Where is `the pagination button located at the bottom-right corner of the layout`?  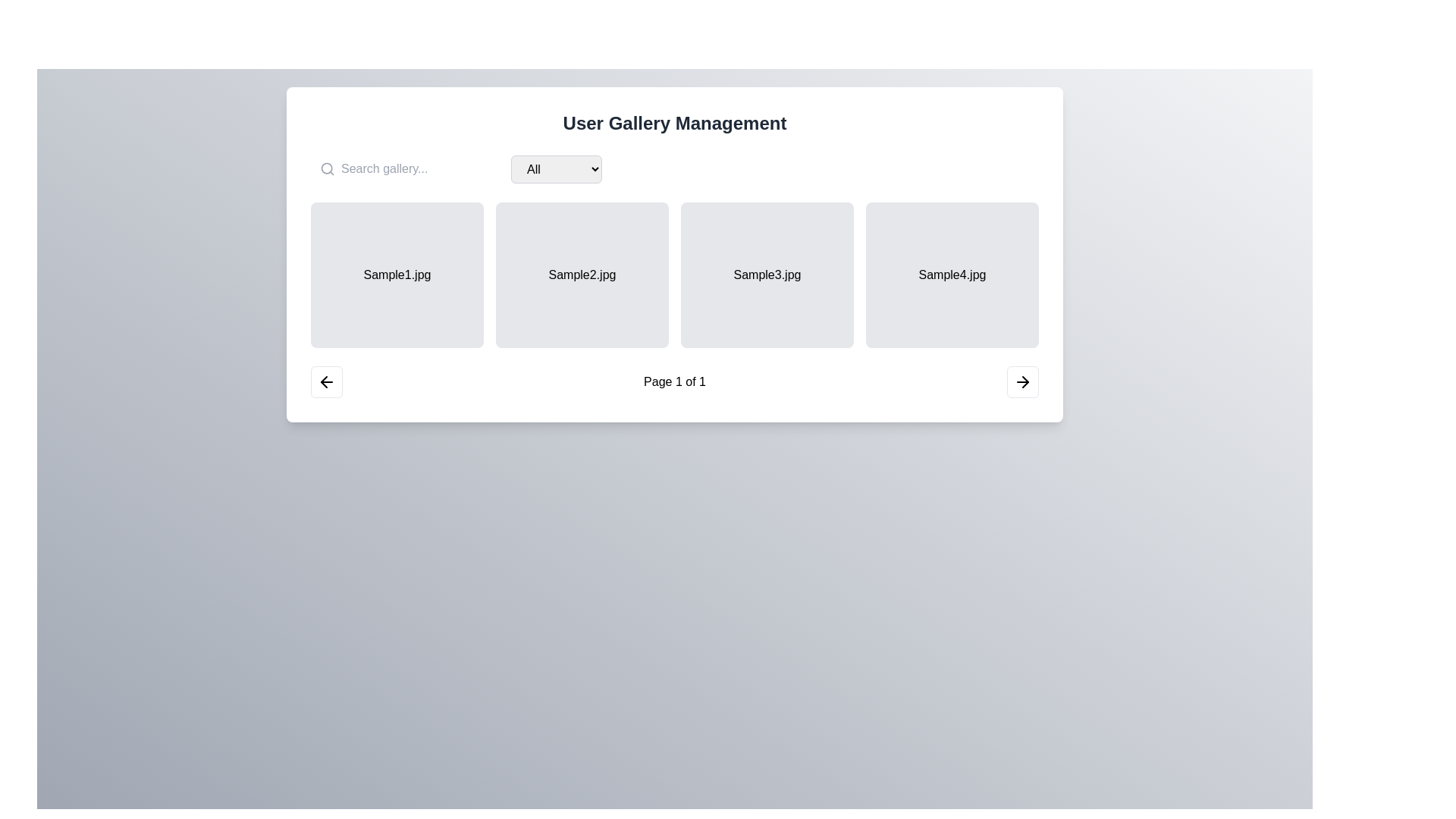
the pagination button located at the bottom-right corner of the layout is located at coordinates (1022, 381).